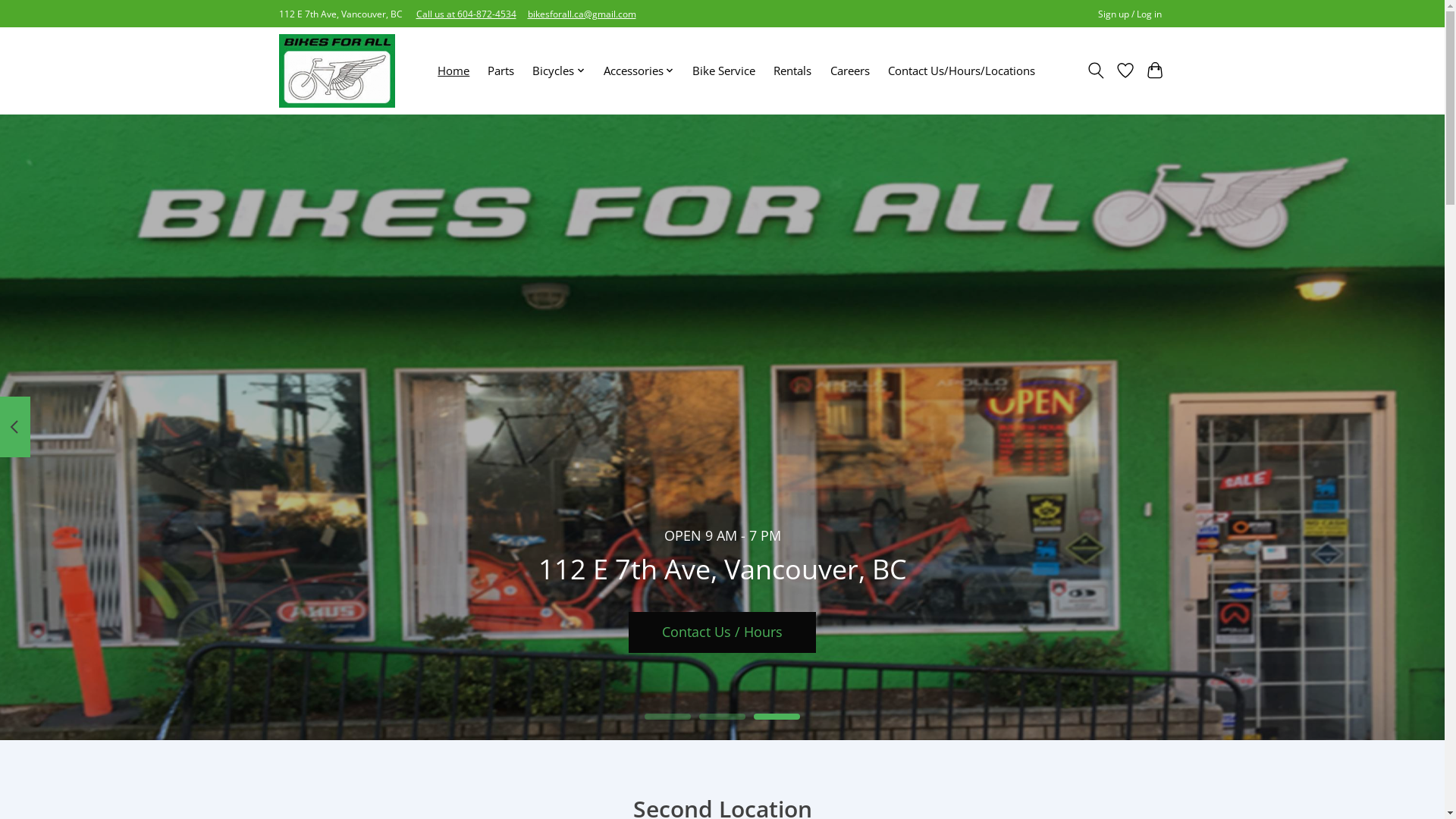  What do you see at coordinates (686, 71) in the screenshot?
I see `'Bike Service'` at bounding box center [686, 71].